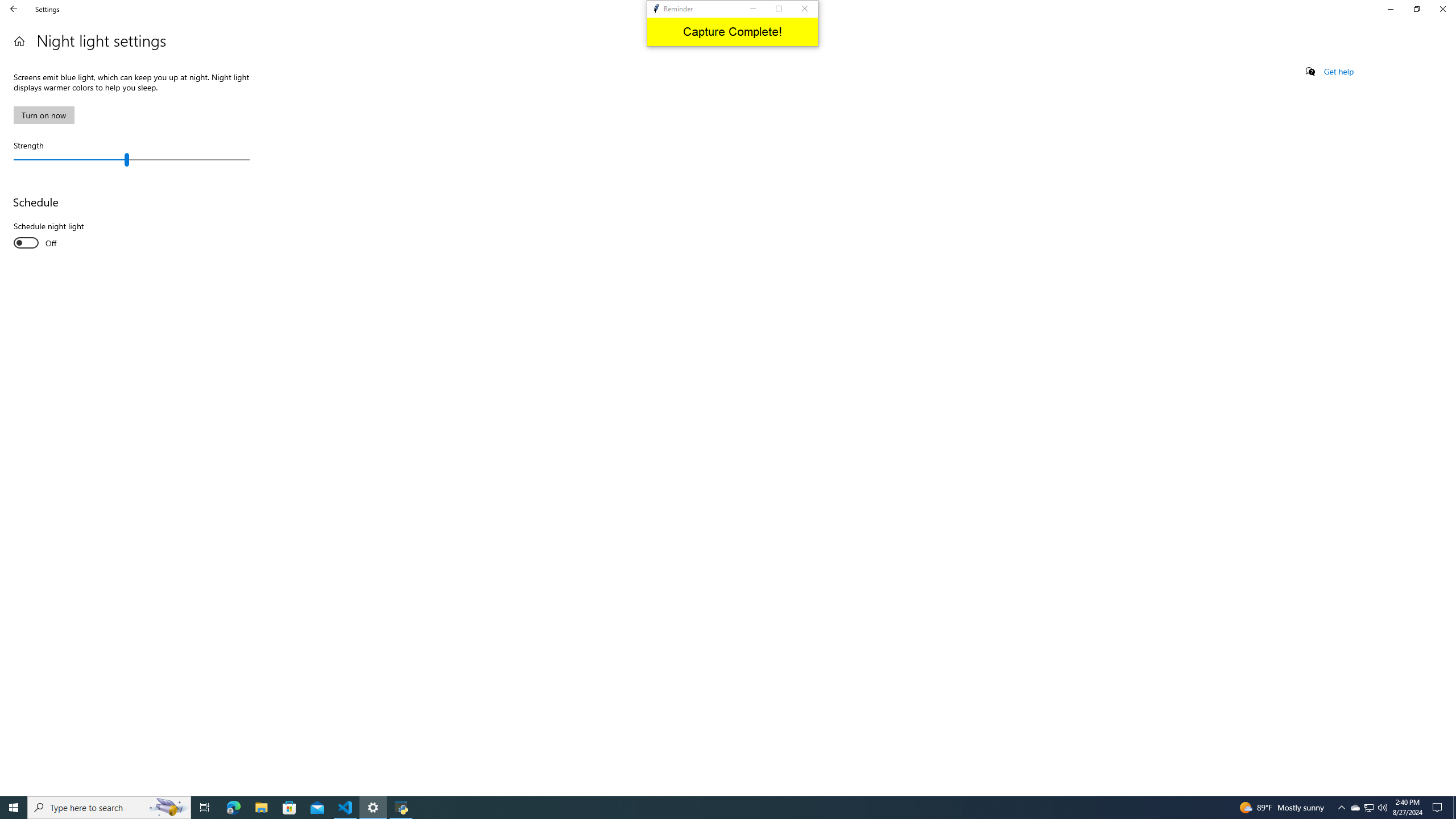  I want to click on 'Turn on now', so click(43, 115).